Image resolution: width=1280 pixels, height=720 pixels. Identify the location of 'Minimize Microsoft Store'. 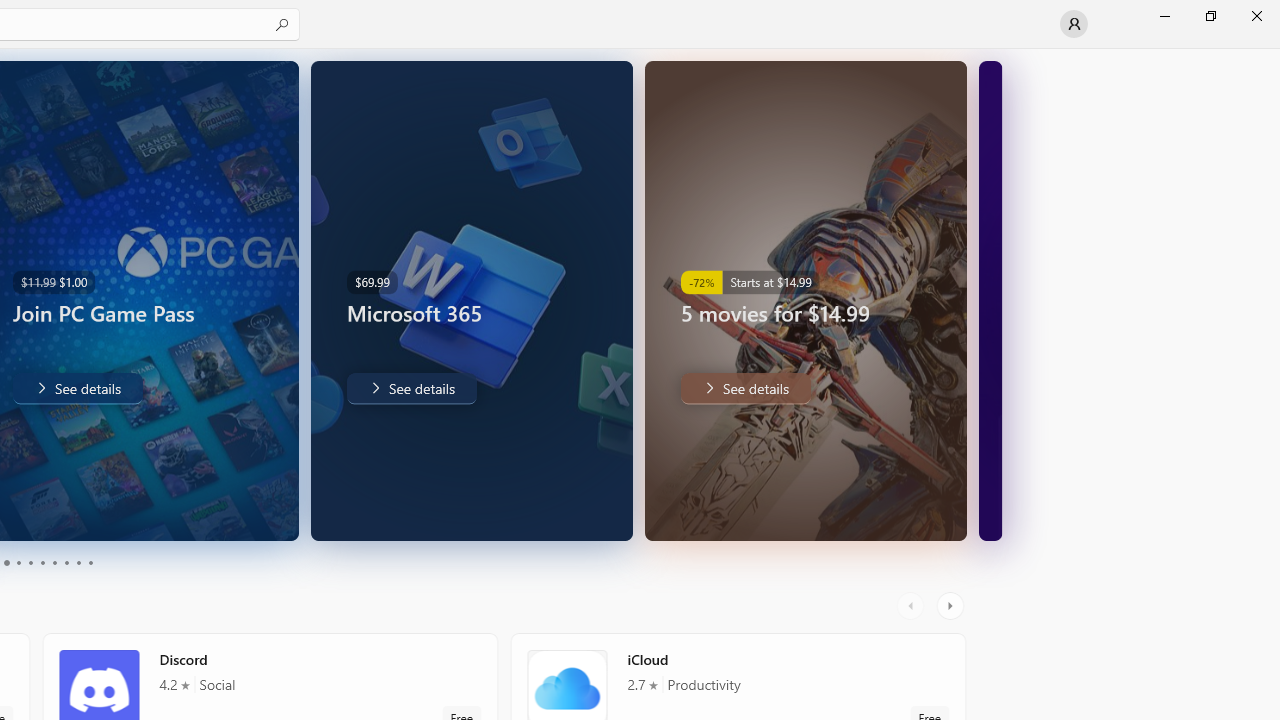
(1164, 15).